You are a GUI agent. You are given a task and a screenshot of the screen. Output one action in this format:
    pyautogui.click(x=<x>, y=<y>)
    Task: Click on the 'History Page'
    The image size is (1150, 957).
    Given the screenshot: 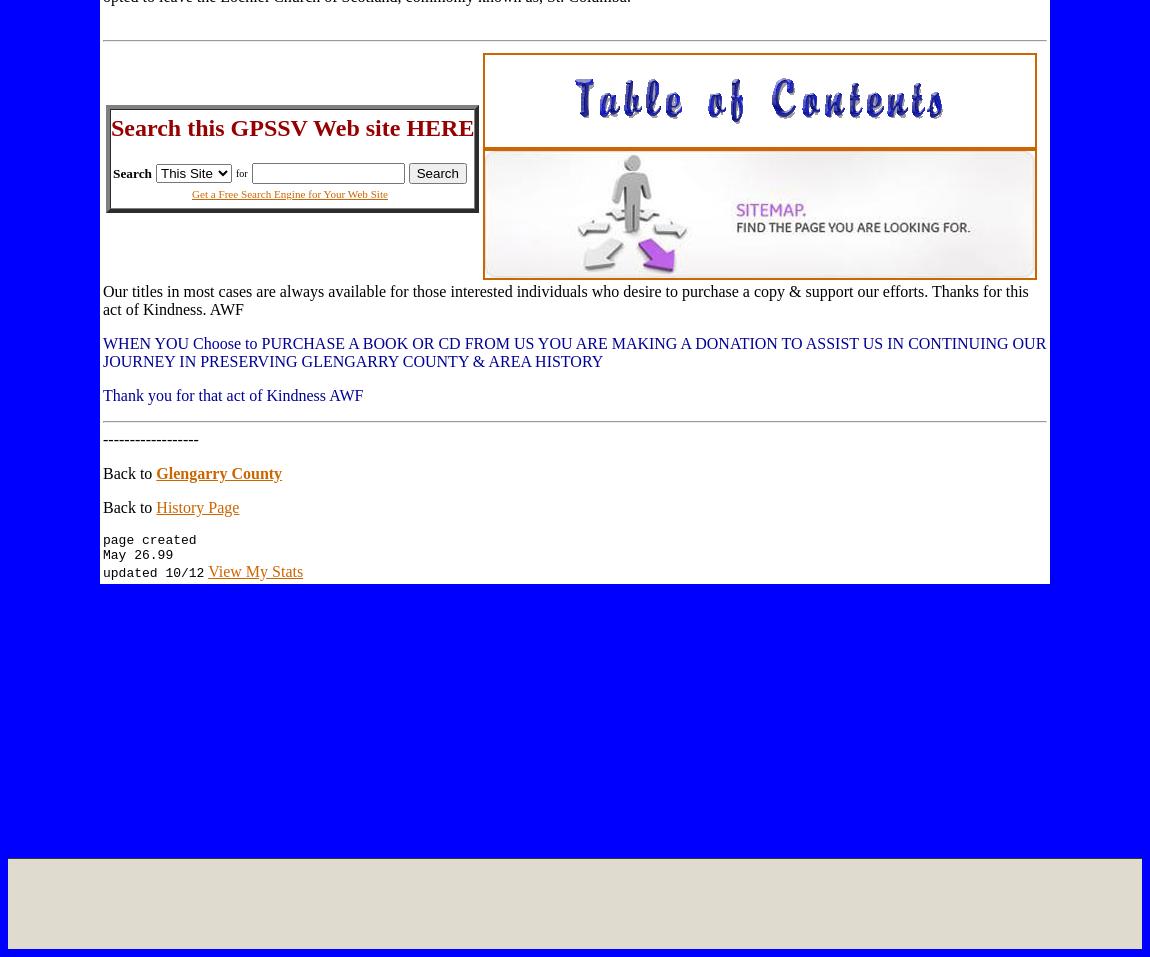 What is the action you would take?
    pyautogui.click(x=155, y=507)
    